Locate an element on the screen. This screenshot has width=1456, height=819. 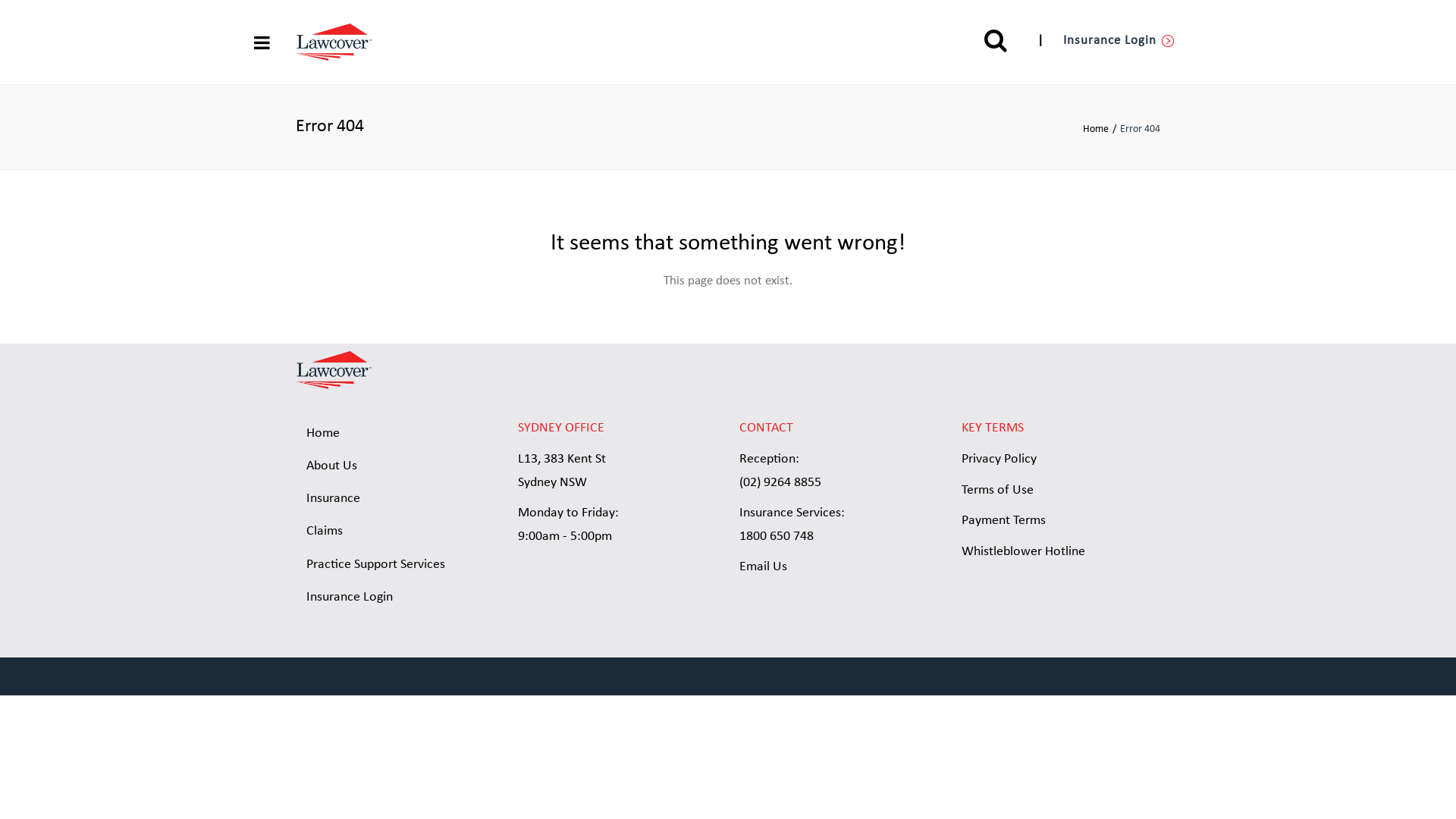
'Whistleblower Hotline' is located at coordinates (1023, 551).